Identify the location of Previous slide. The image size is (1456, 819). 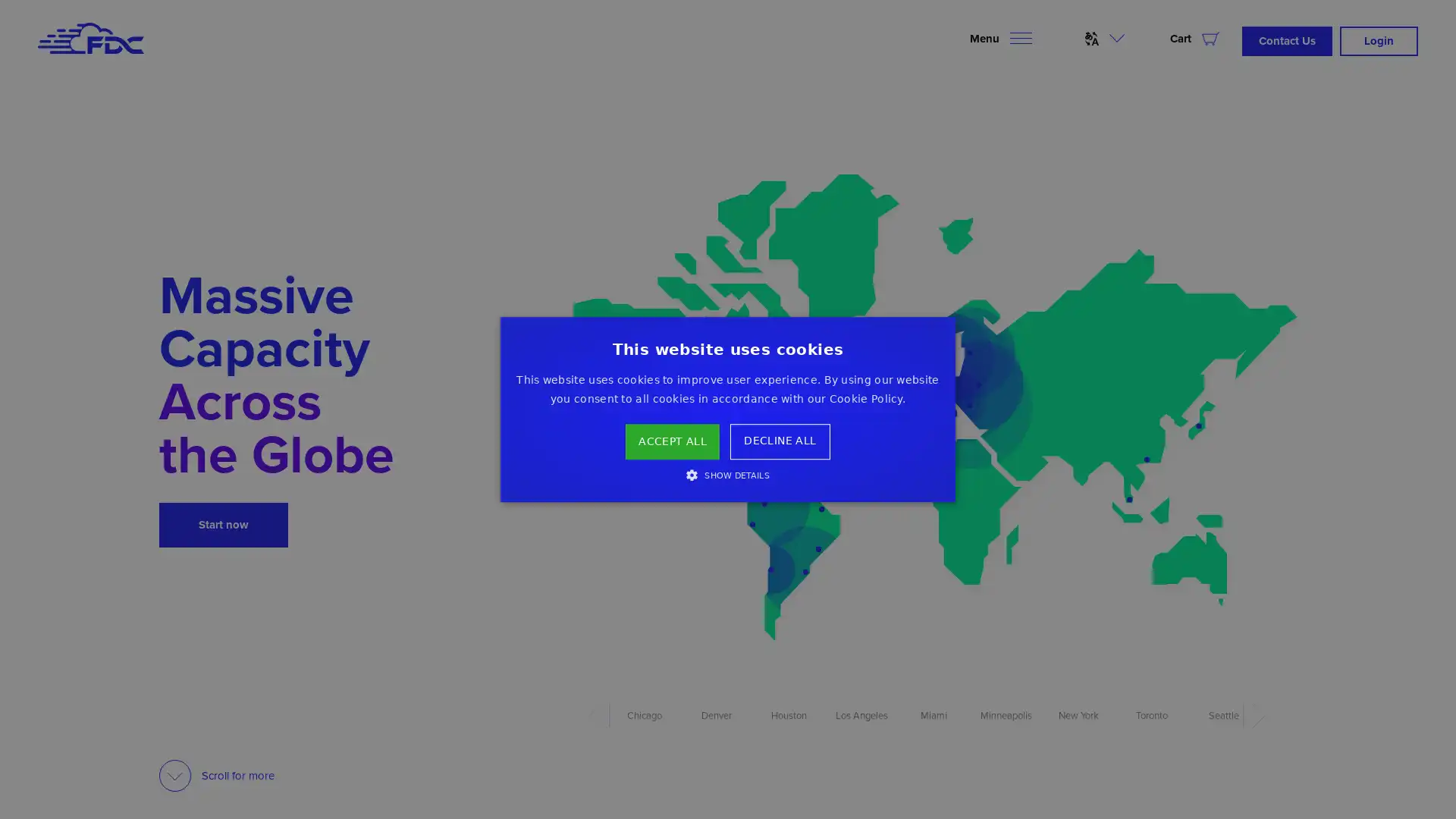
(598, 714).